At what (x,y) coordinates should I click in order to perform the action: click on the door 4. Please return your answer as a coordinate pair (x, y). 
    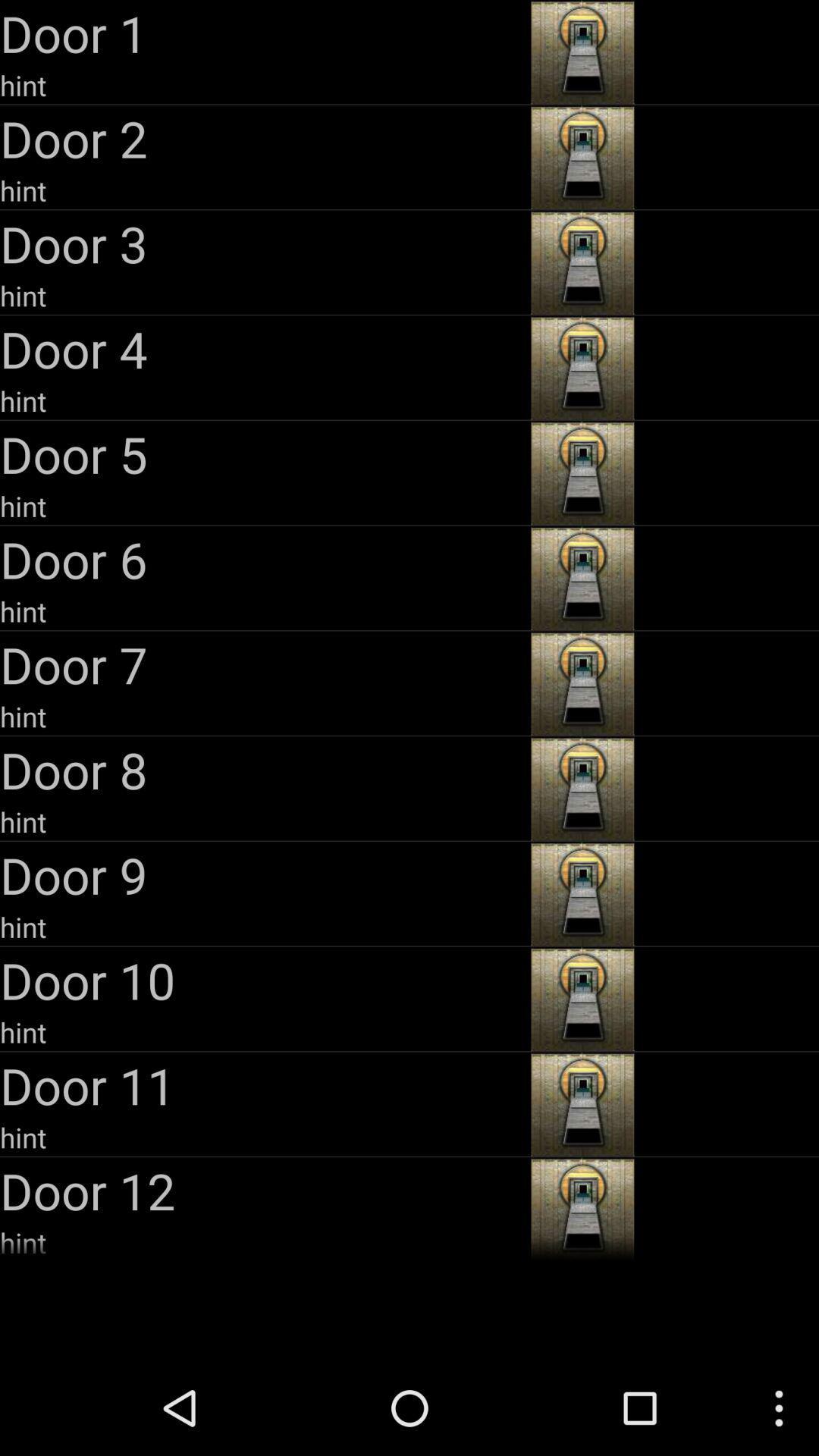
    Looking at the image, I should click on (262, 348).